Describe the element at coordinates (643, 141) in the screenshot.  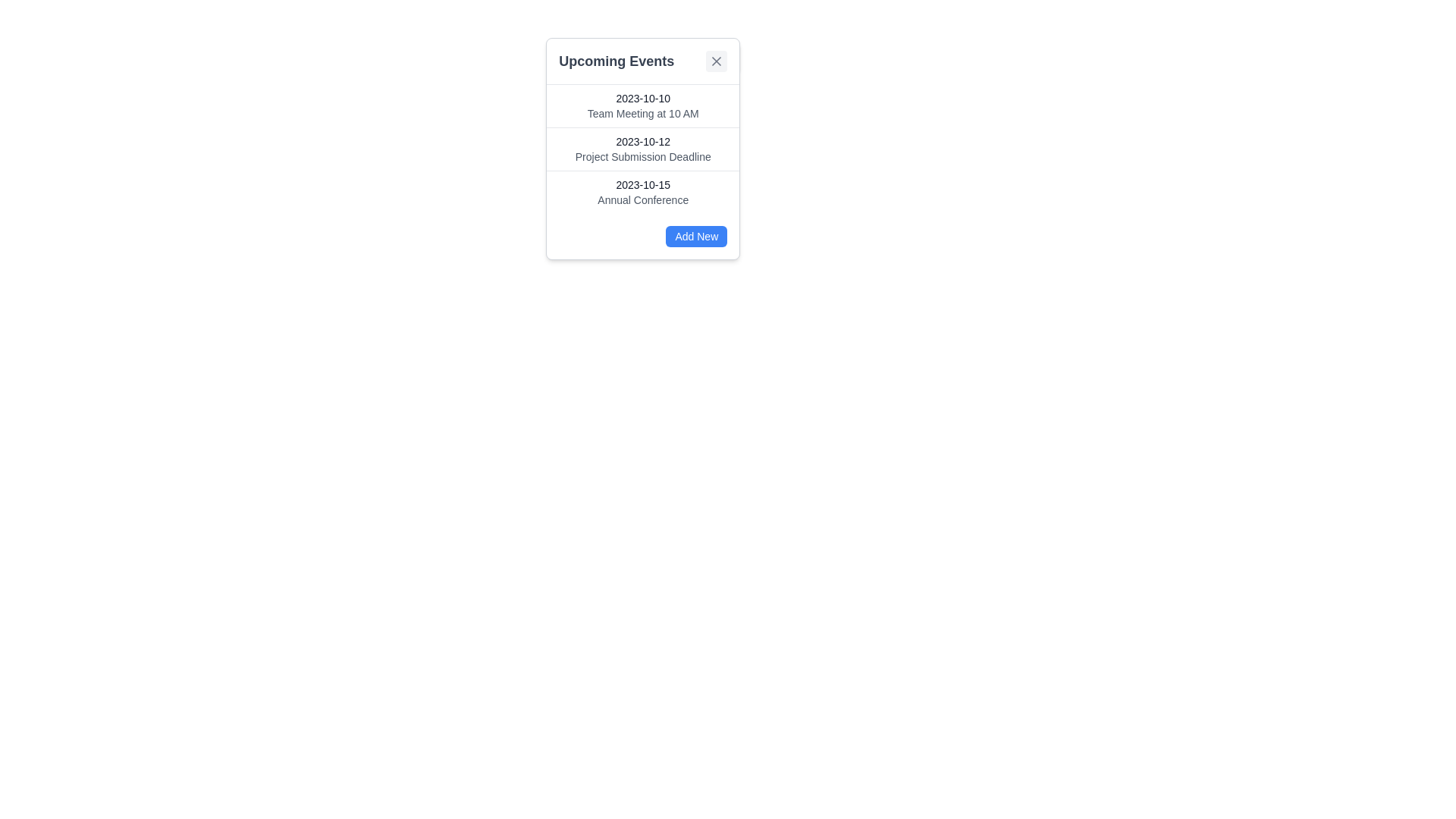
I see `the static text label that indicates the event date above the 'Project Submission Deadline' text in the second entry of the 'Upcoming Events' panel` at that location.